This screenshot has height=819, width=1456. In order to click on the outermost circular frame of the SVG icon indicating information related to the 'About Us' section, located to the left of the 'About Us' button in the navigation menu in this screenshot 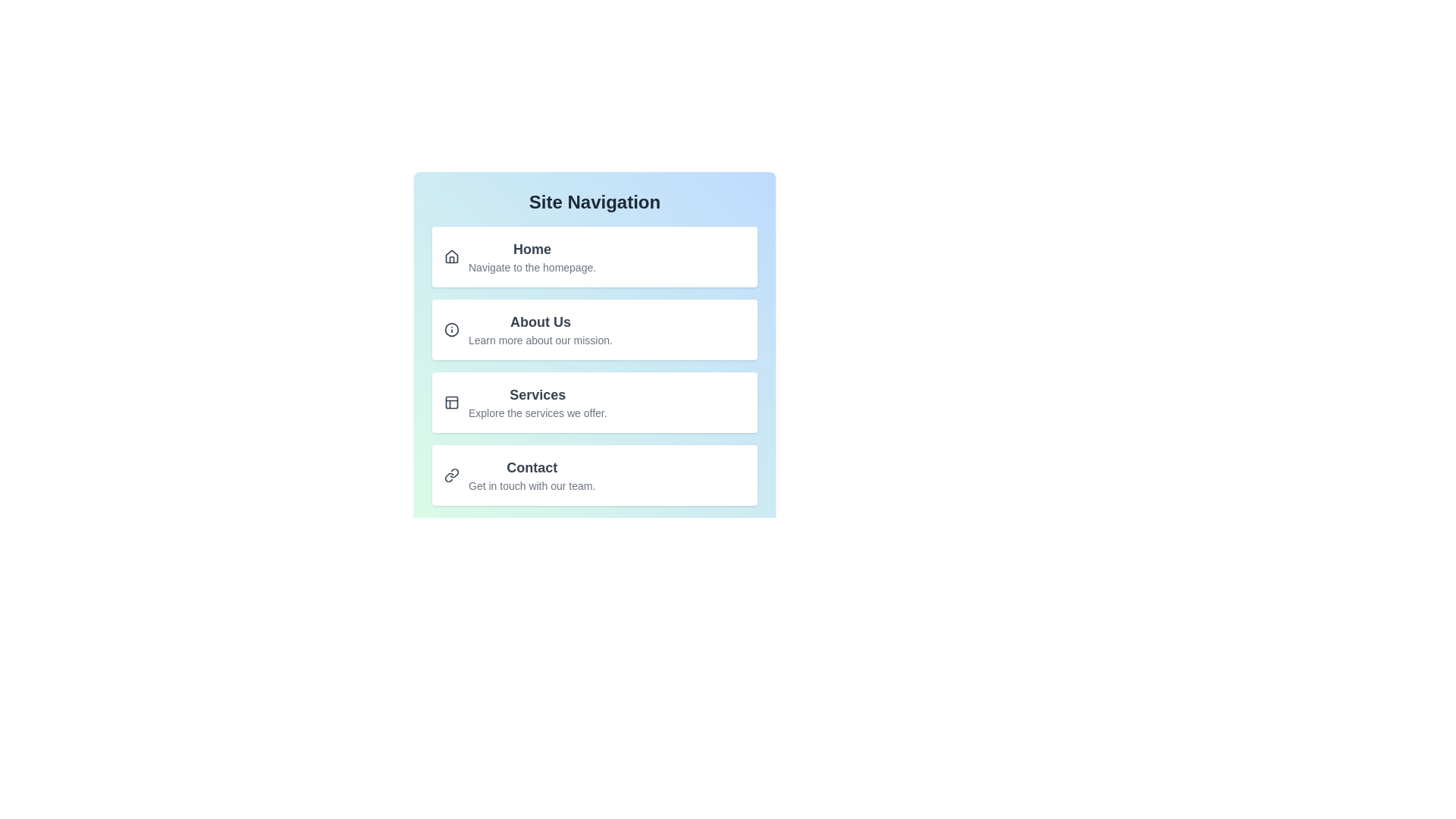, I will do `click(450, 329)`.